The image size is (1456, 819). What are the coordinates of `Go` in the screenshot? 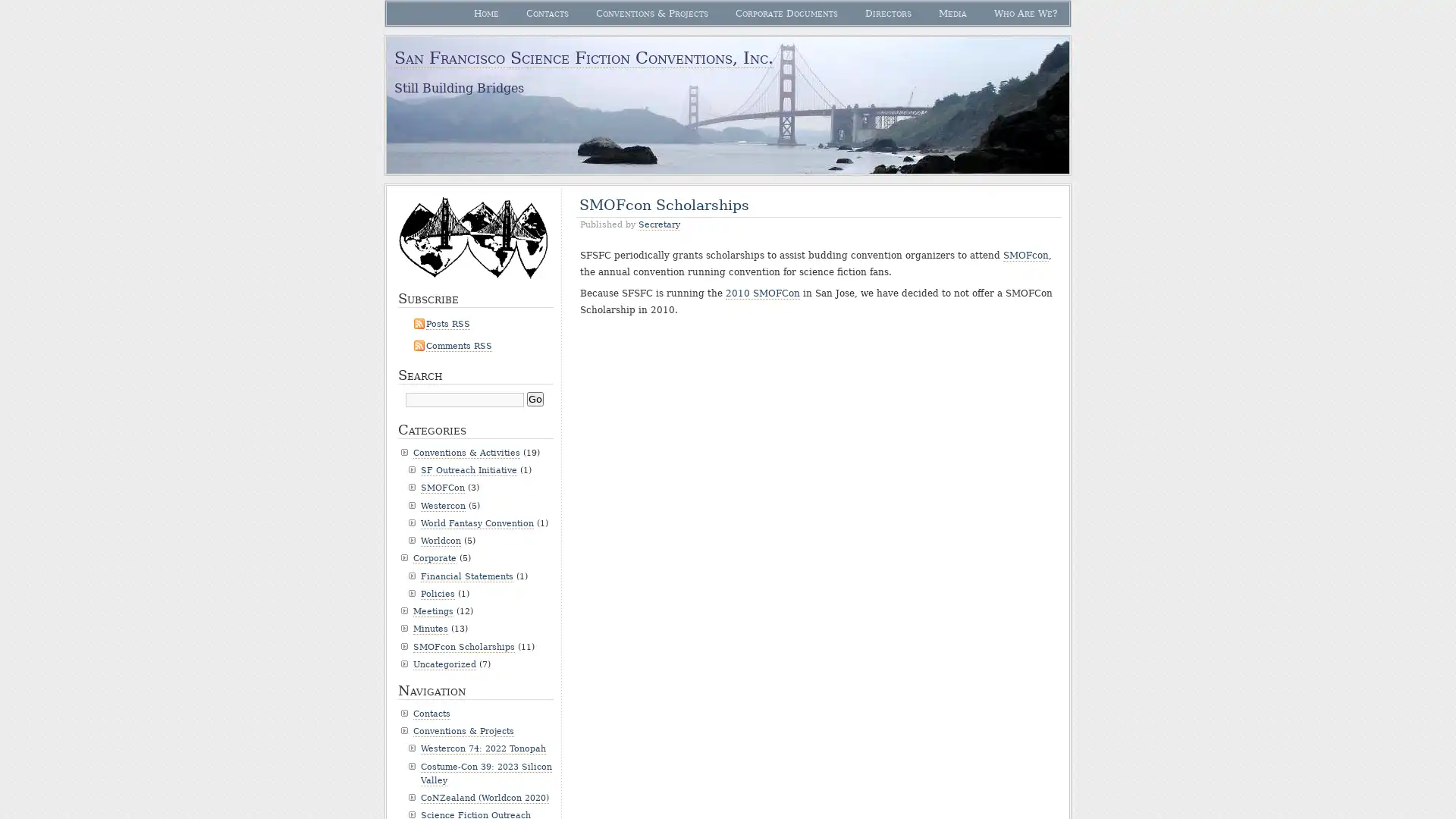 It's located at (535, 397).